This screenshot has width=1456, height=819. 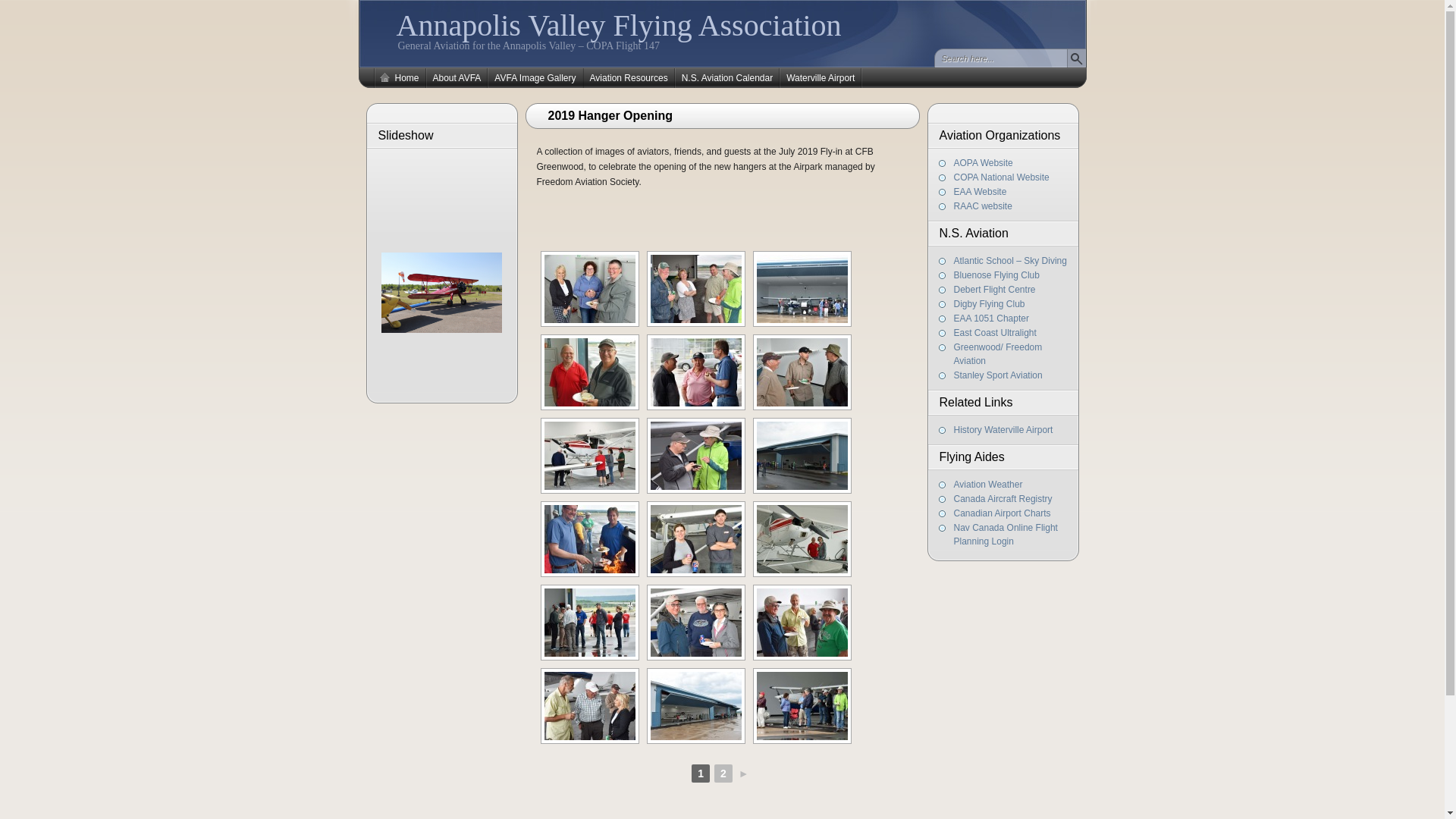 I want to click on 'Canada Aircraft Registry', so click(x=1003, y=499).